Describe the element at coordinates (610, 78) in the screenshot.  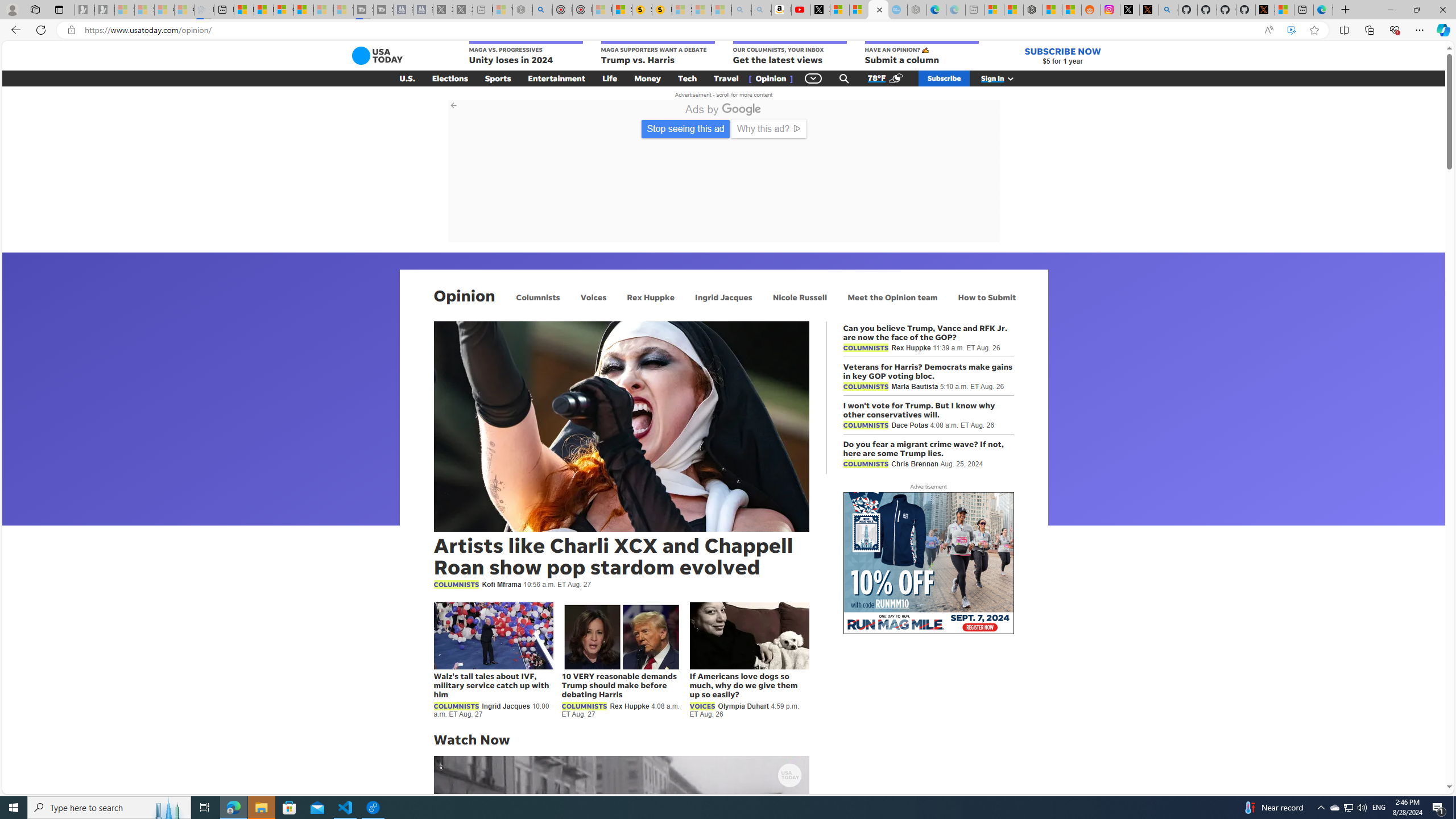
I see `'Life'` at that location.